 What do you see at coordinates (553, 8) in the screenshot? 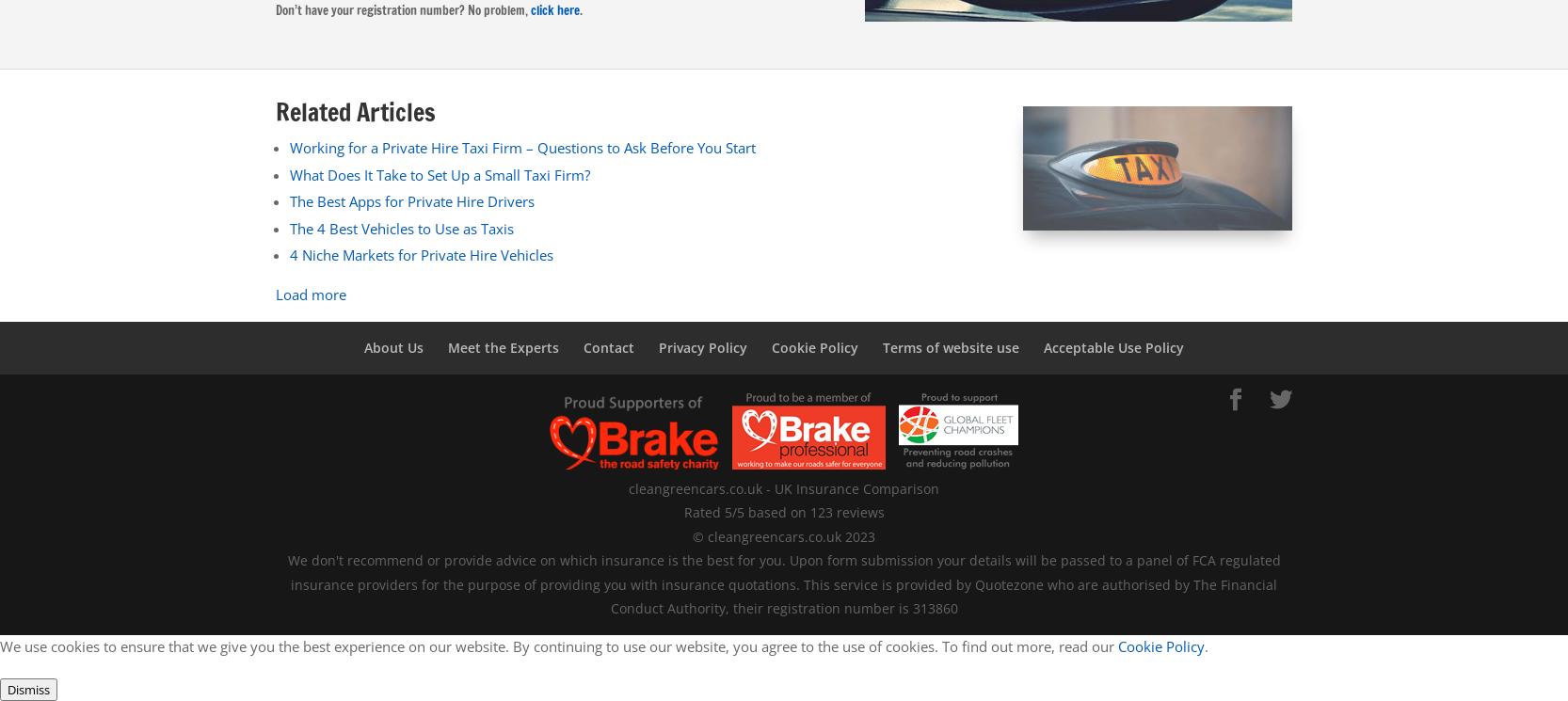
I see `'click here'` at bounding box center [553, 8].